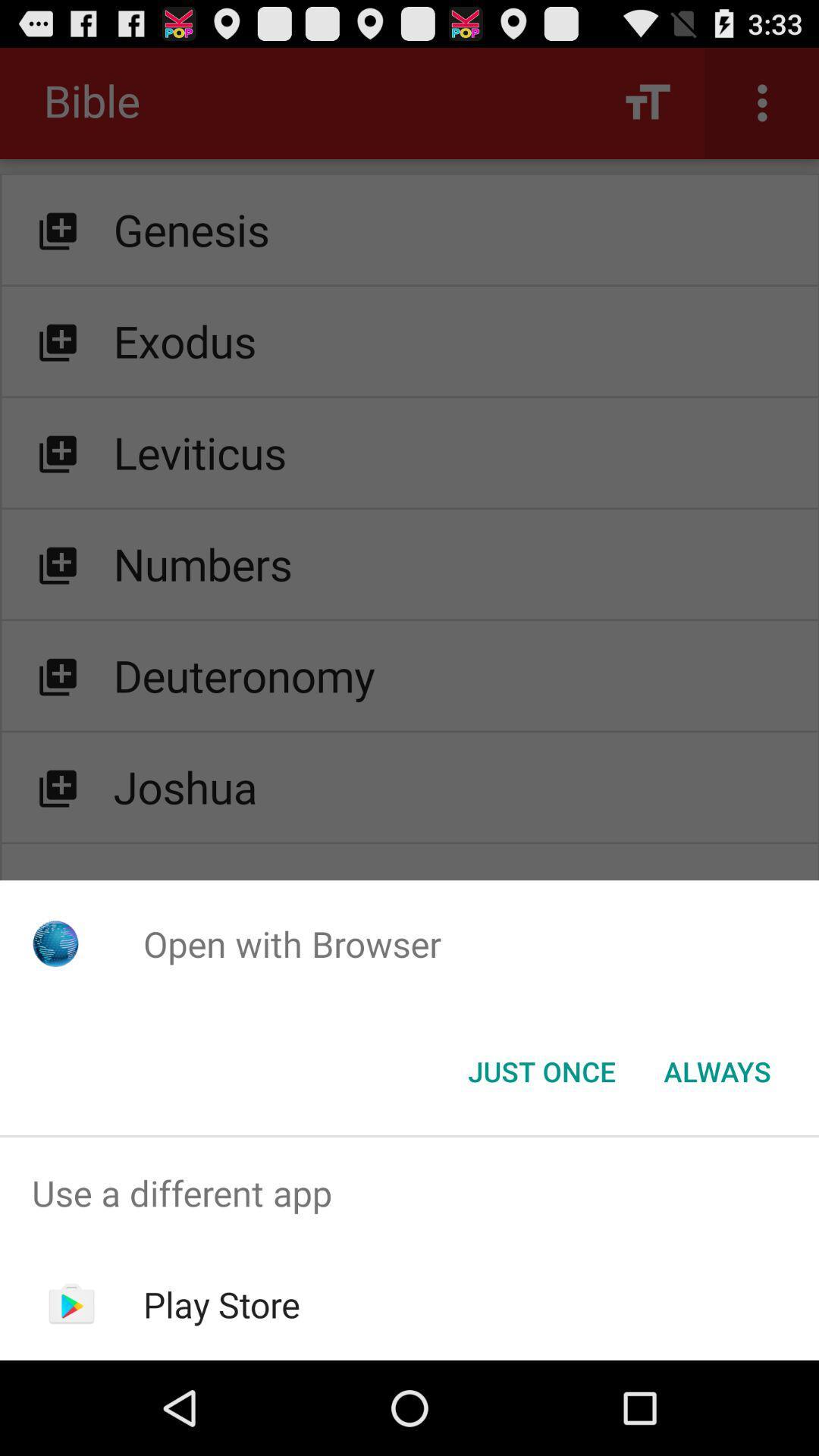 The height and width of the screenshot is (1456, 819). I want to click on icon to the right of the just once, so click(717, 1070).